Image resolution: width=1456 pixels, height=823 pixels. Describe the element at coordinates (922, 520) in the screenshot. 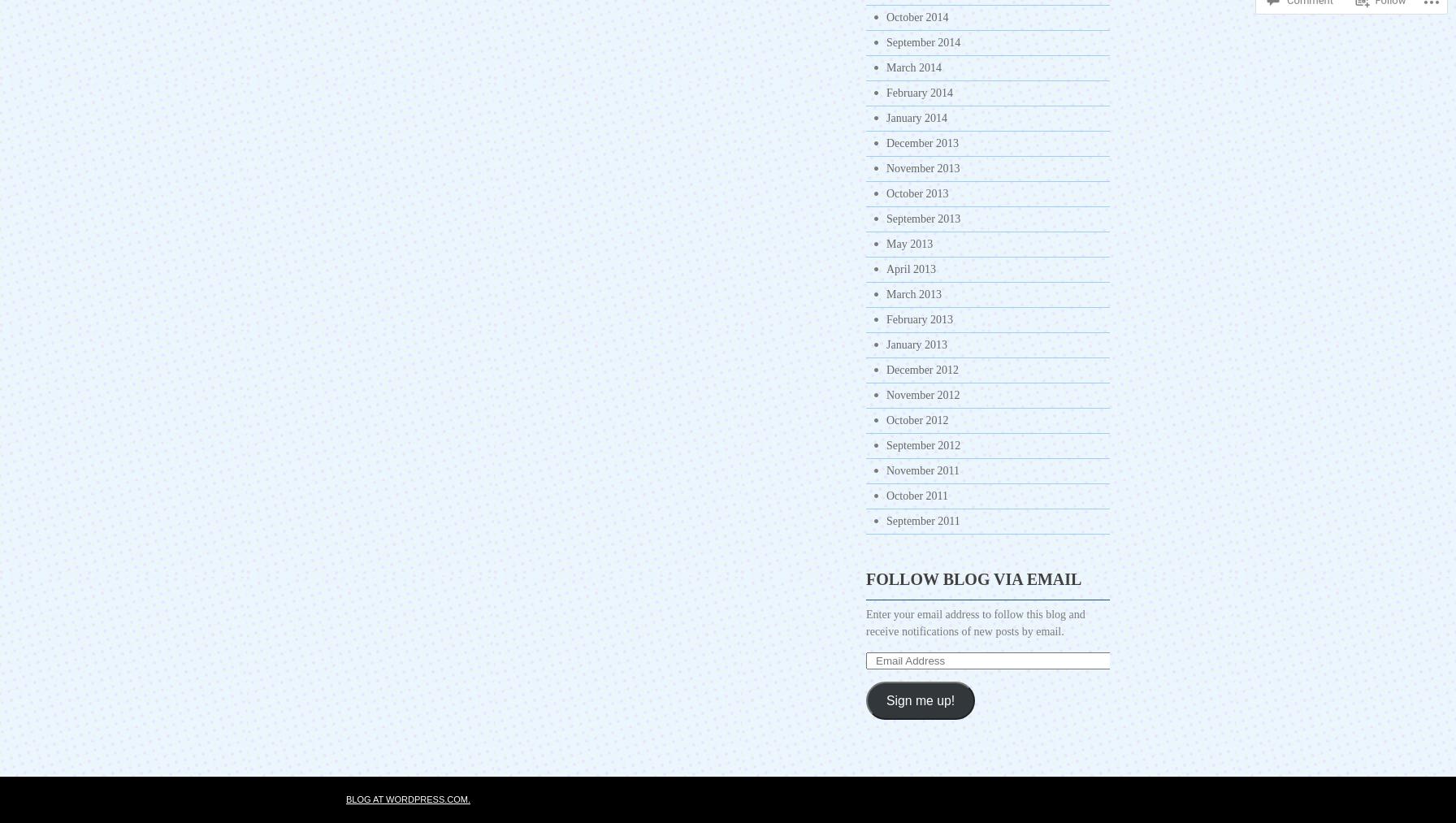

I see `'September 2011'` at that location.